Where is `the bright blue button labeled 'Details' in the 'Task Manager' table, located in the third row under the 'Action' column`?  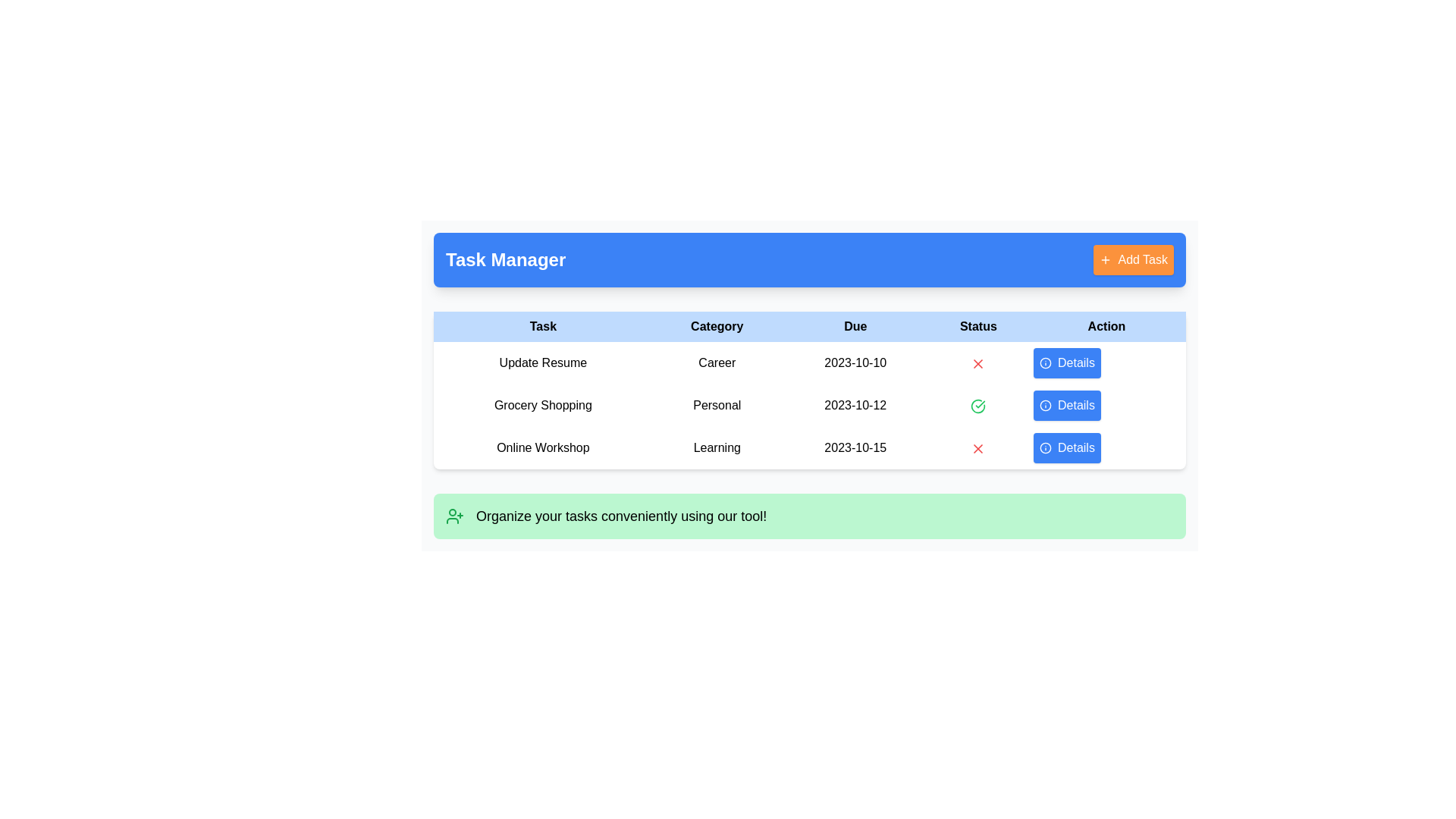 the bright blue button labeled 'Details' in the 'Task Manager' table, located in the third row under the 'Action' column is located at coordinates (1106, 447).